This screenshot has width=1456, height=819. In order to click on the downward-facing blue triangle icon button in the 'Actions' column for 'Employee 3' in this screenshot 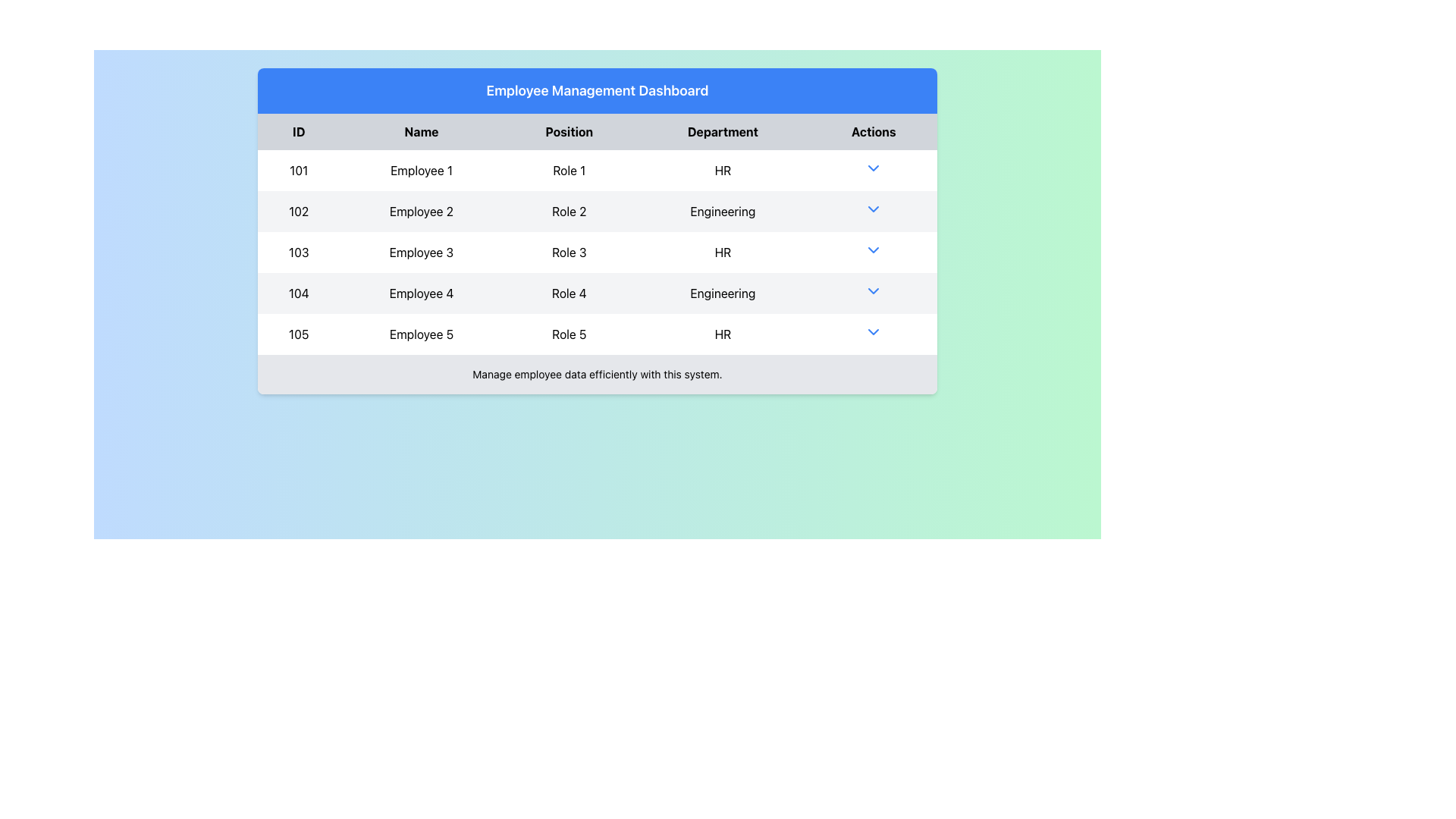, I will do `click(874, 249)`.